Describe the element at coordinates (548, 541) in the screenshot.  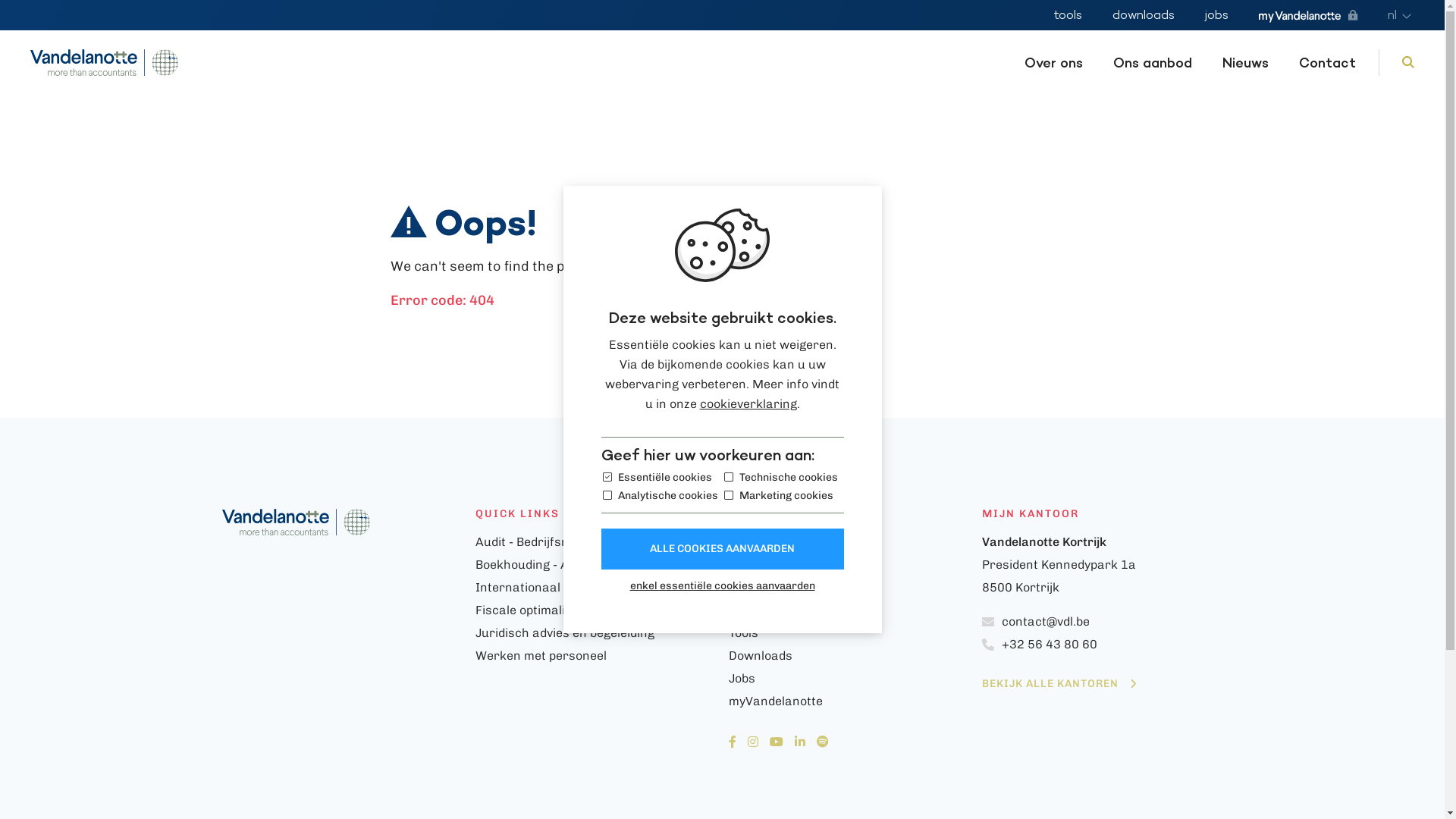
I see `'Audit - Bedrijfsrevisoraat'` at that location.